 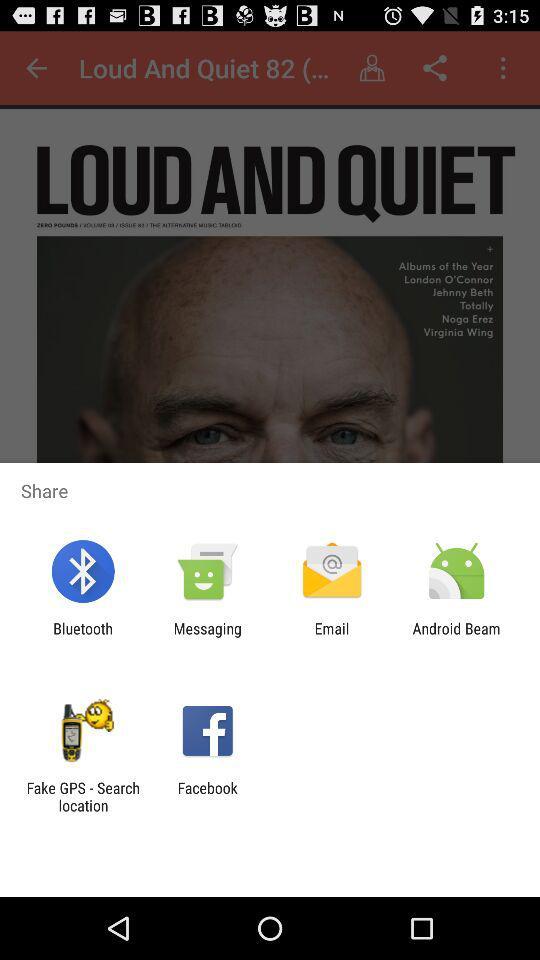 I want to click on the app to the right of fake gps search app, so click(x=206, y=796).